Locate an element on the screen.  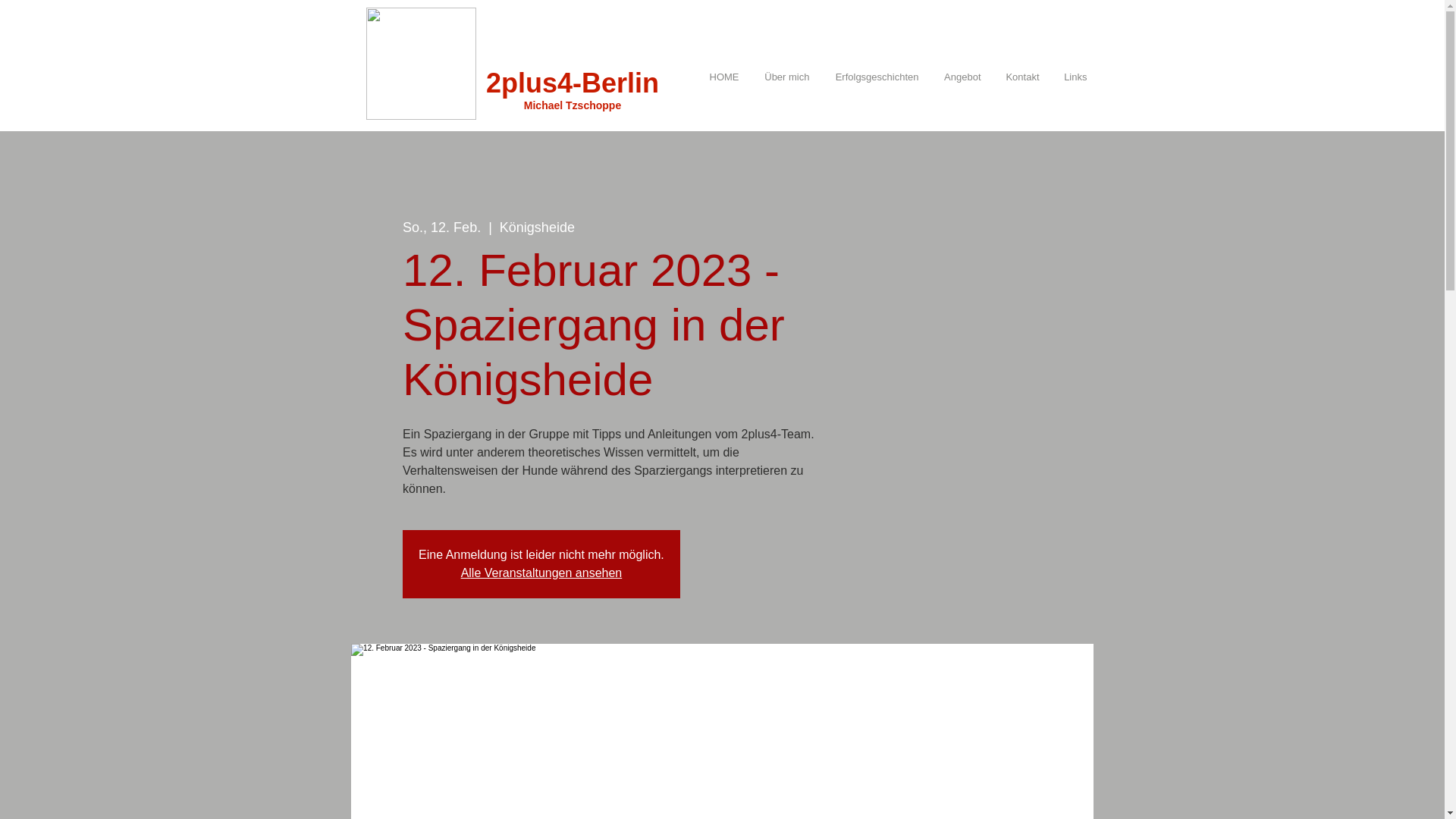
'HOME' is located at coordinates (718, 77).